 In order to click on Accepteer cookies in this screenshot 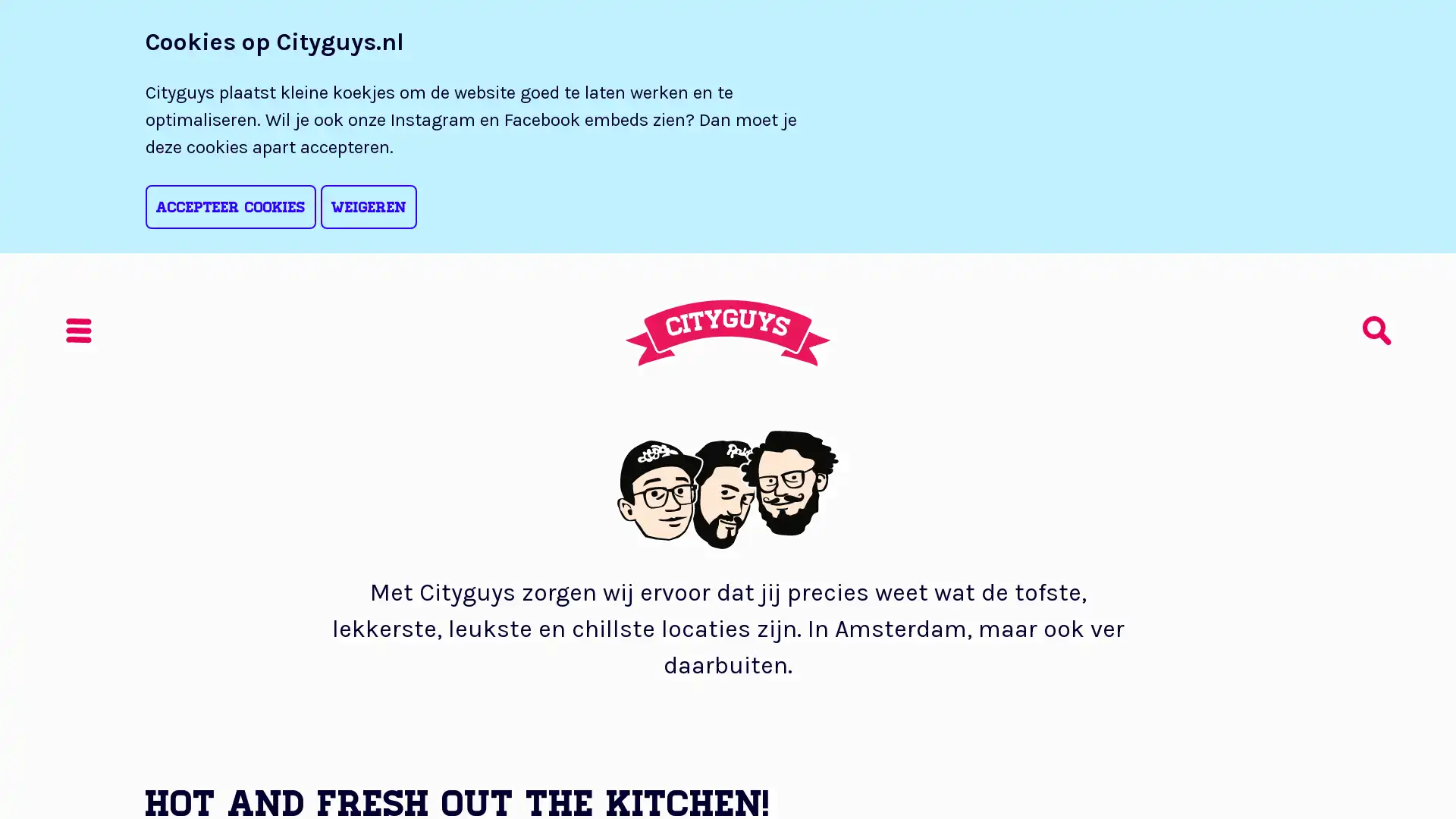, I will do `click(230, 207)`.